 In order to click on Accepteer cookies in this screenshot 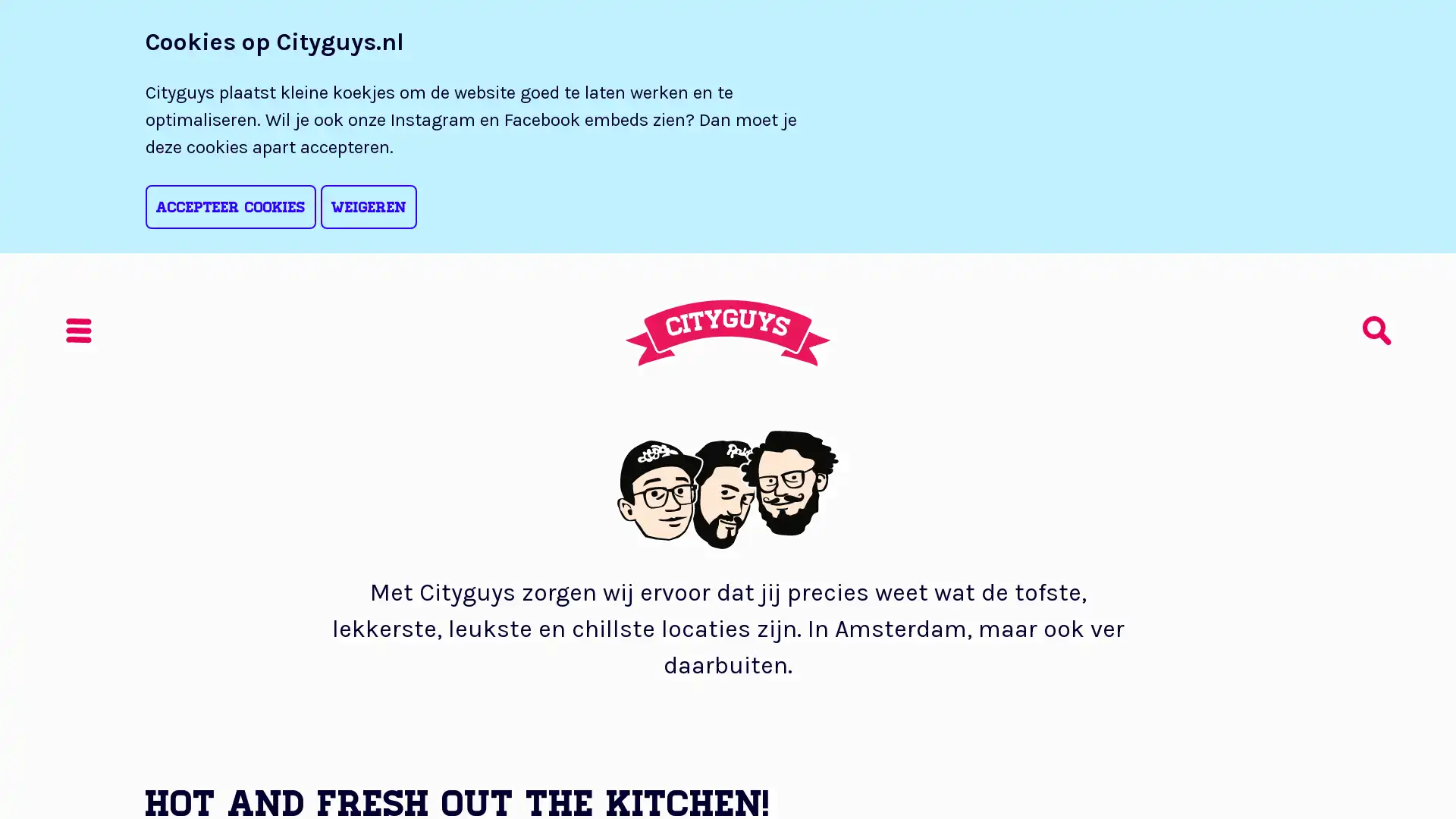, I will do `click(230, 207)`.